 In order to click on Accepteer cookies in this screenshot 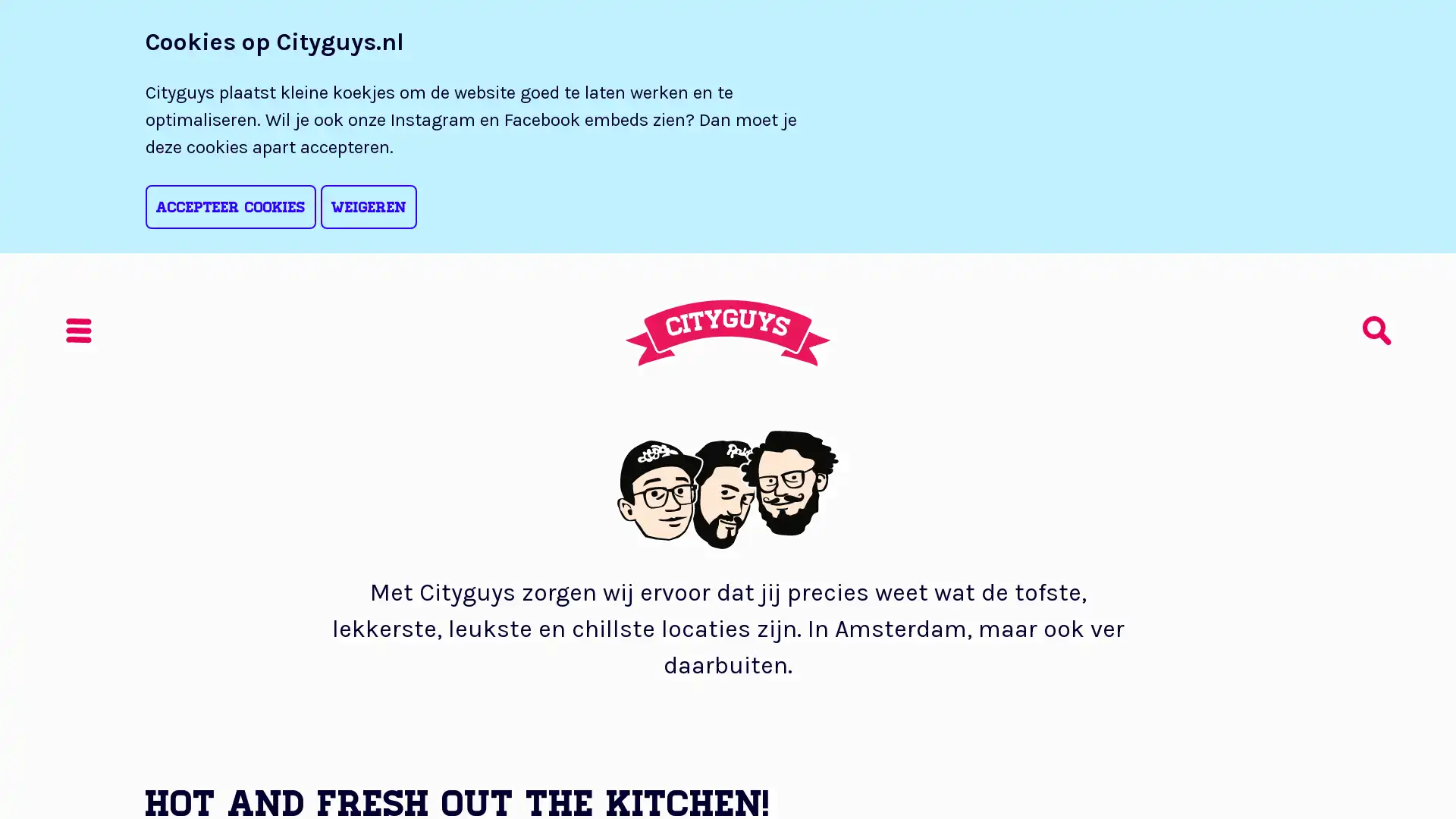, I will do `click(230, 207)`.